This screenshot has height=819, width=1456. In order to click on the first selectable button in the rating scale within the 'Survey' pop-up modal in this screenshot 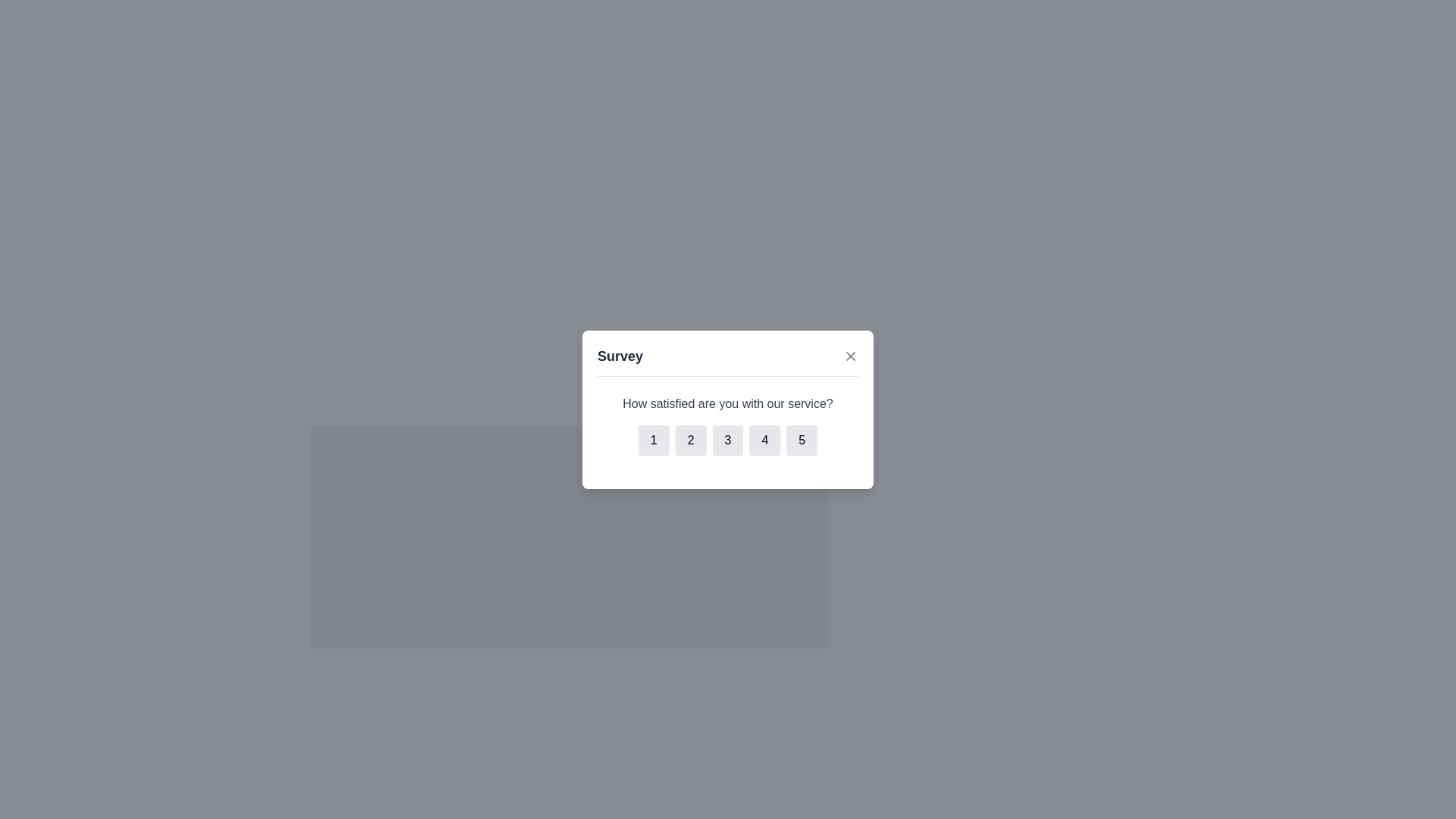, I will do `click(654, 440)`.